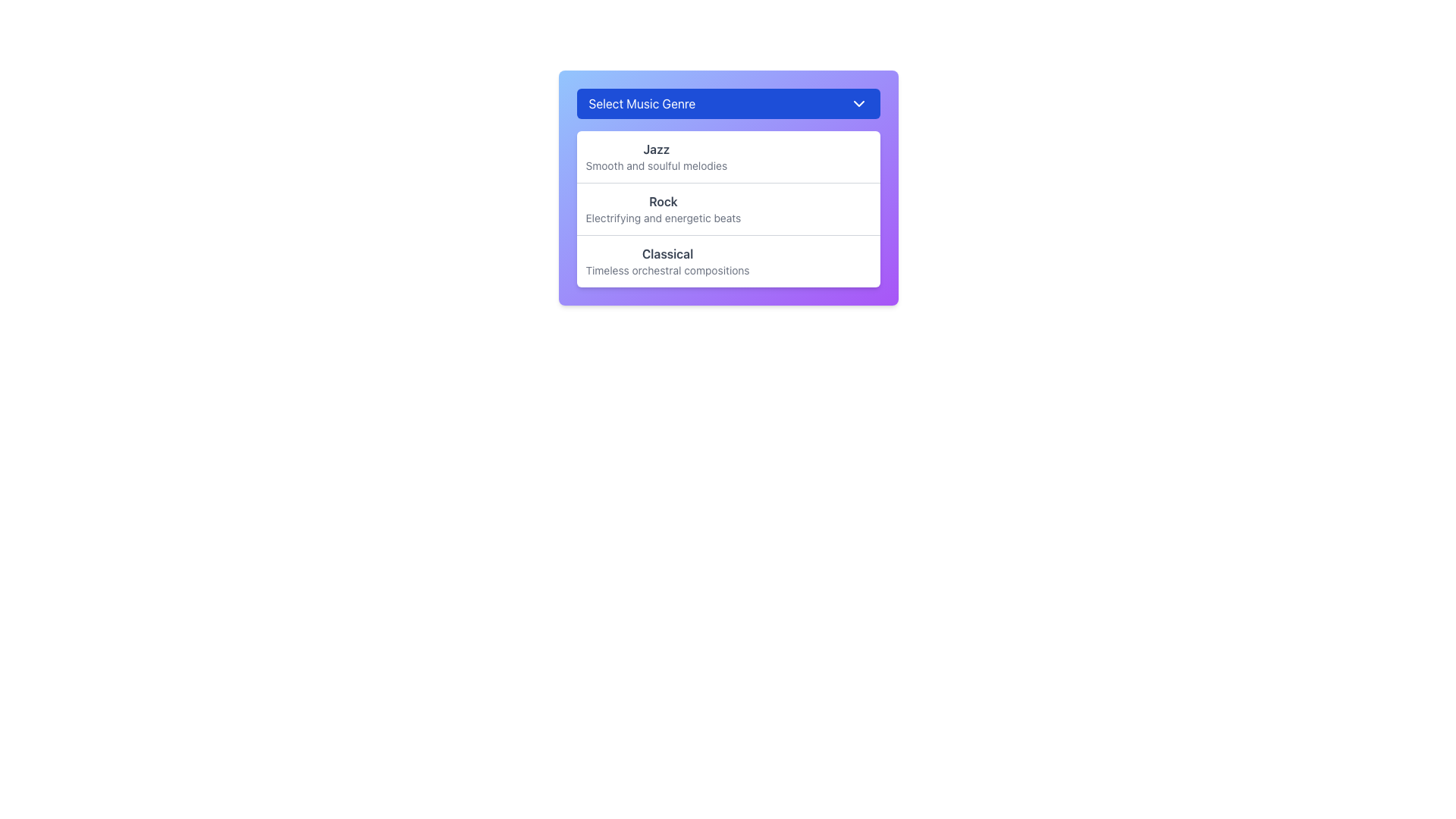 Image resolution: width=1456 pixels, height=819 pixels. I want to click on the static text label 'Rock', which is bold and gray, positioned above the descriptive text in the dropdown menu interface, so click(663, 201).